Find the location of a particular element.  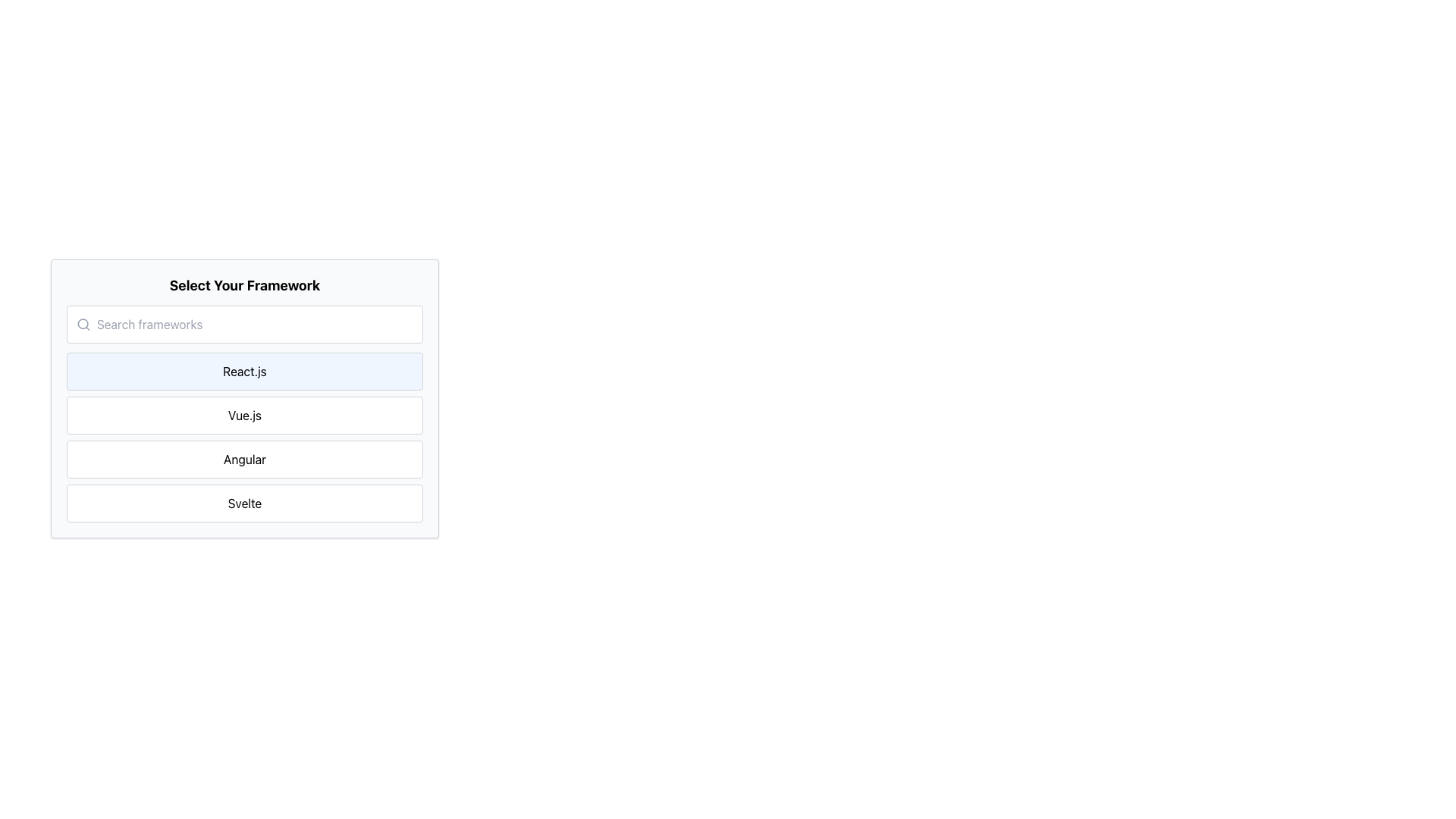

the selectable button named 'Svelte', which is the fourth option in a vertical list of framework options is located at coordinates (244, 503).